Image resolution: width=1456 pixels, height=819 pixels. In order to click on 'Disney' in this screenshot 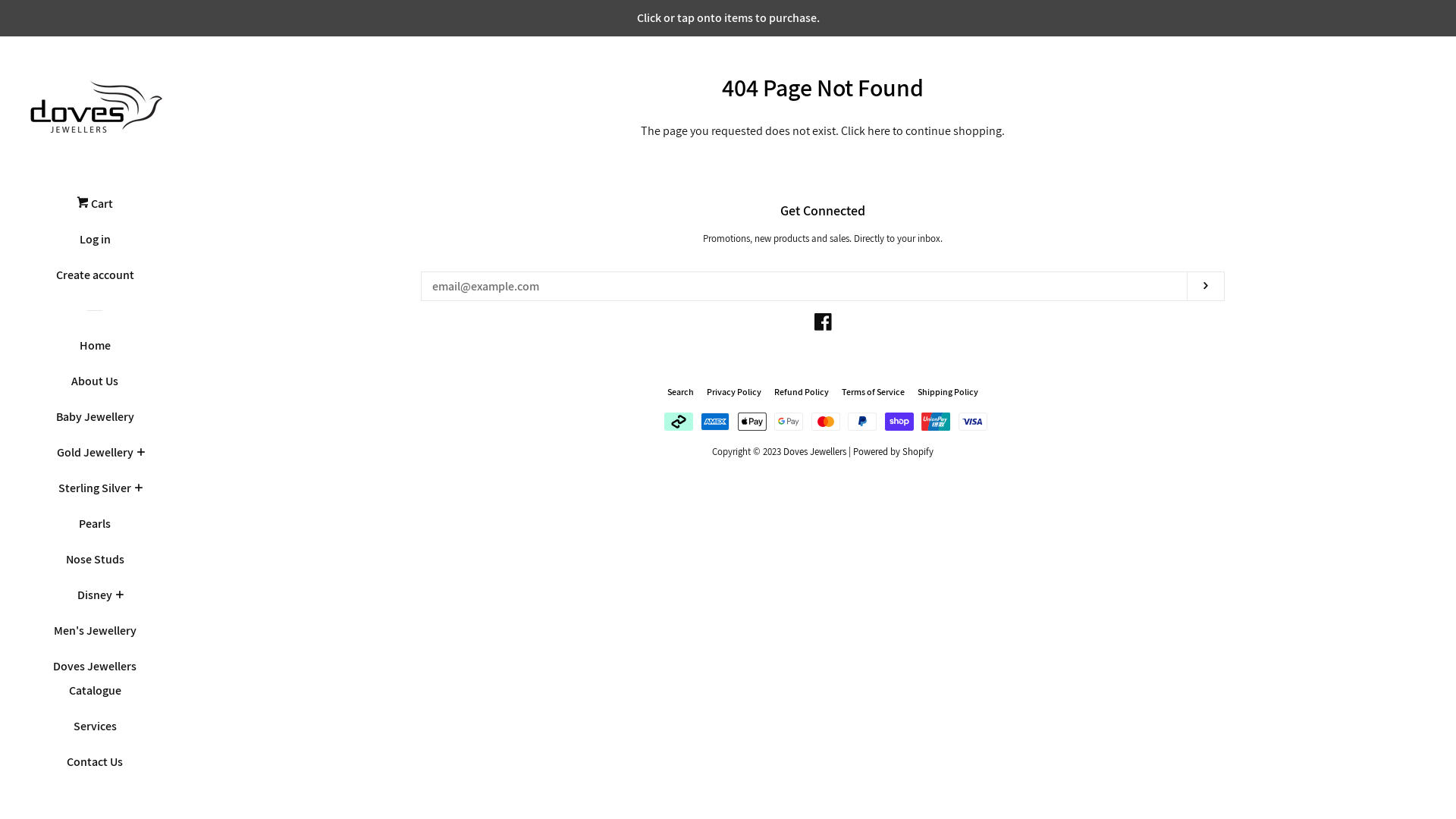, I will do `click(93, 600)`.